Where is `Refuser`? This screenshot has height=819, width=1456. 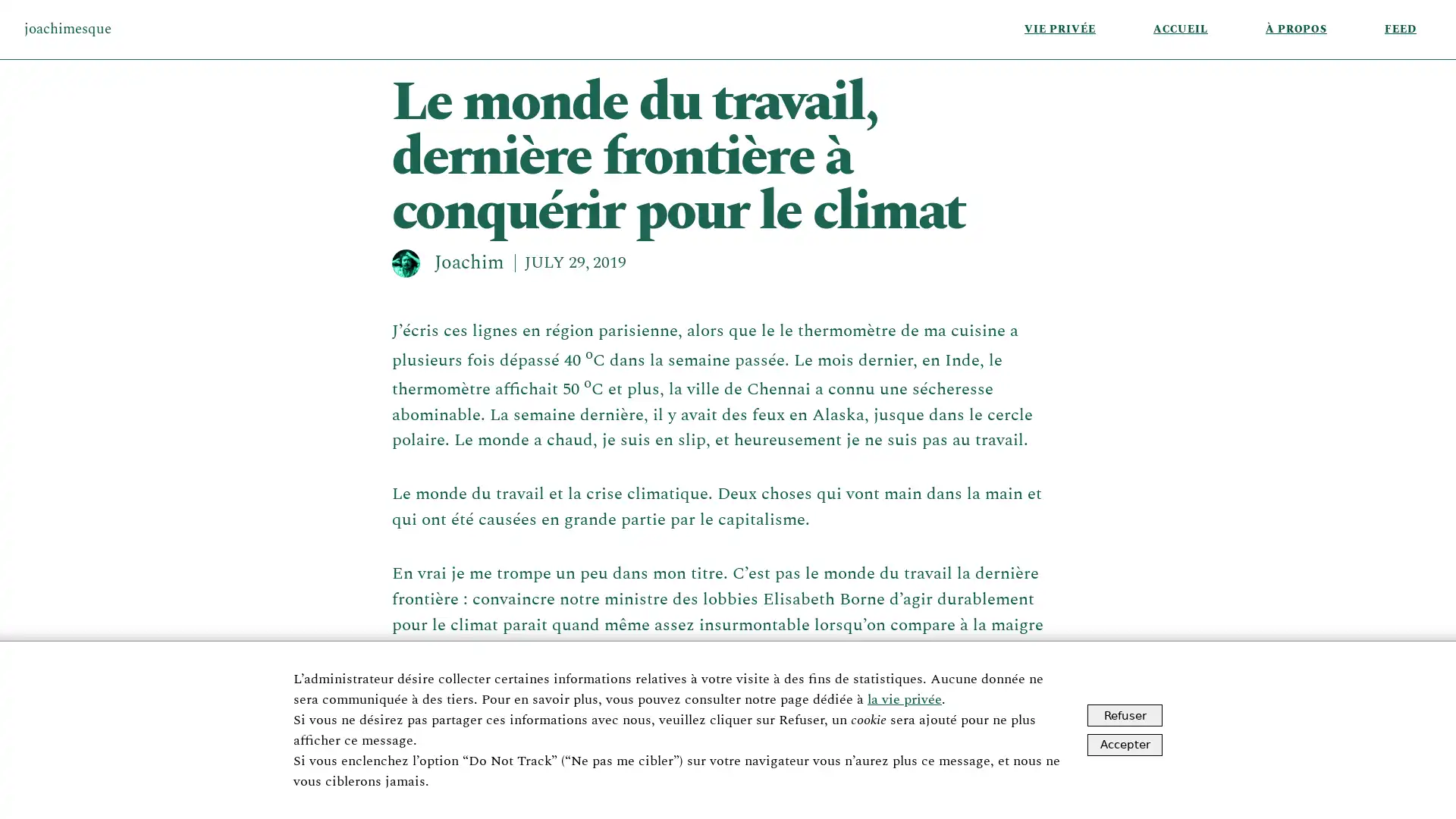
Refuser is located at coordinates (1125, 715).